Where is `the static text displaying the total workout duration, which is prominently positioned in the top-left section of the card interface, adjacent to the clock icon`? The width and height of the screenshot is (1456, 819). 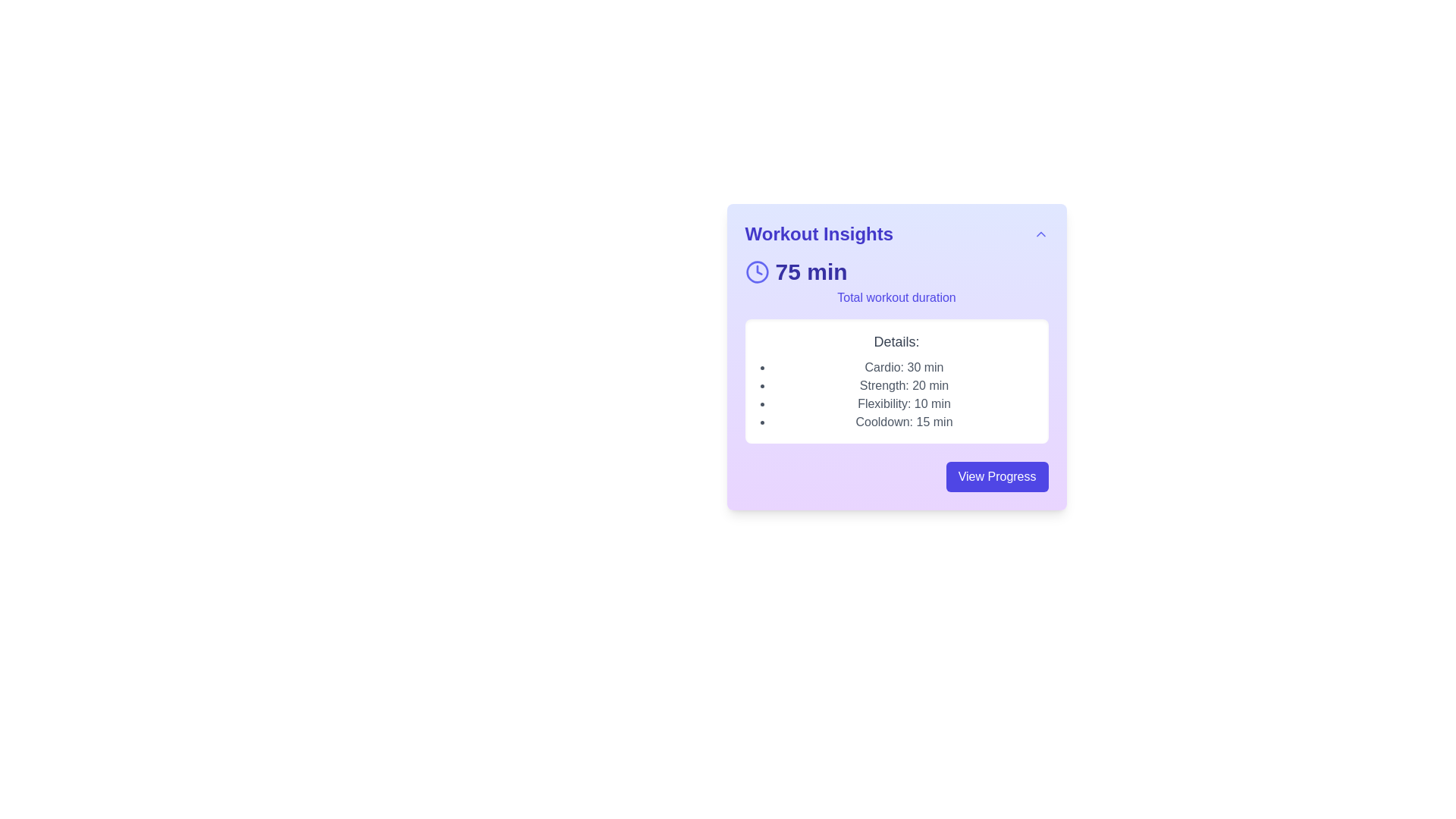 the static text displaying the total workout duration, which is prominently positioned in the top-left section of the card interface, adjacent to the clock icon is located at coordinates (811, 271).